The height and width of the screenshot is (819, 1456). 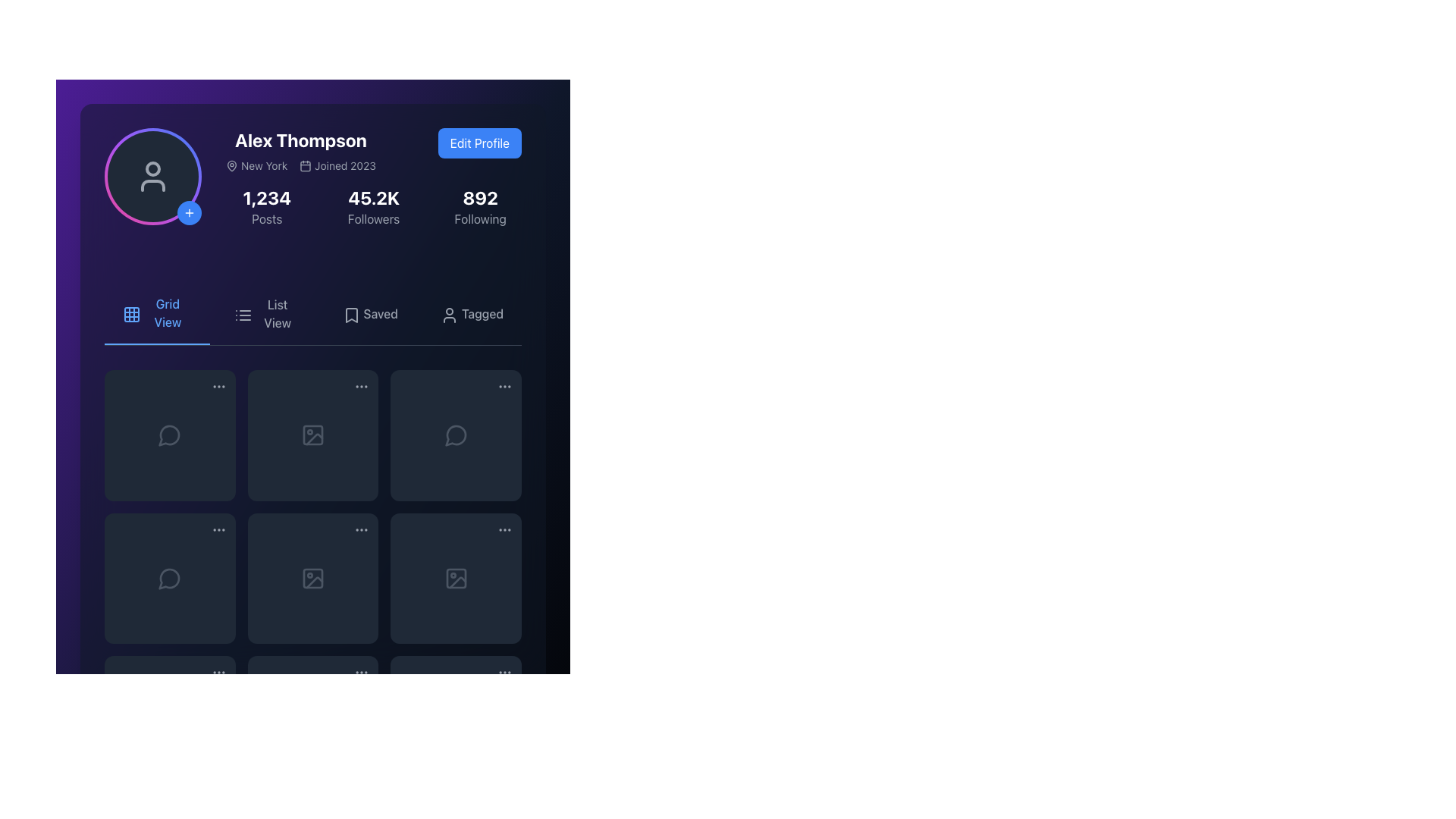 I want to click on the message/comment icon located in the top-left cell of the grid, so click(x=170, y=435).